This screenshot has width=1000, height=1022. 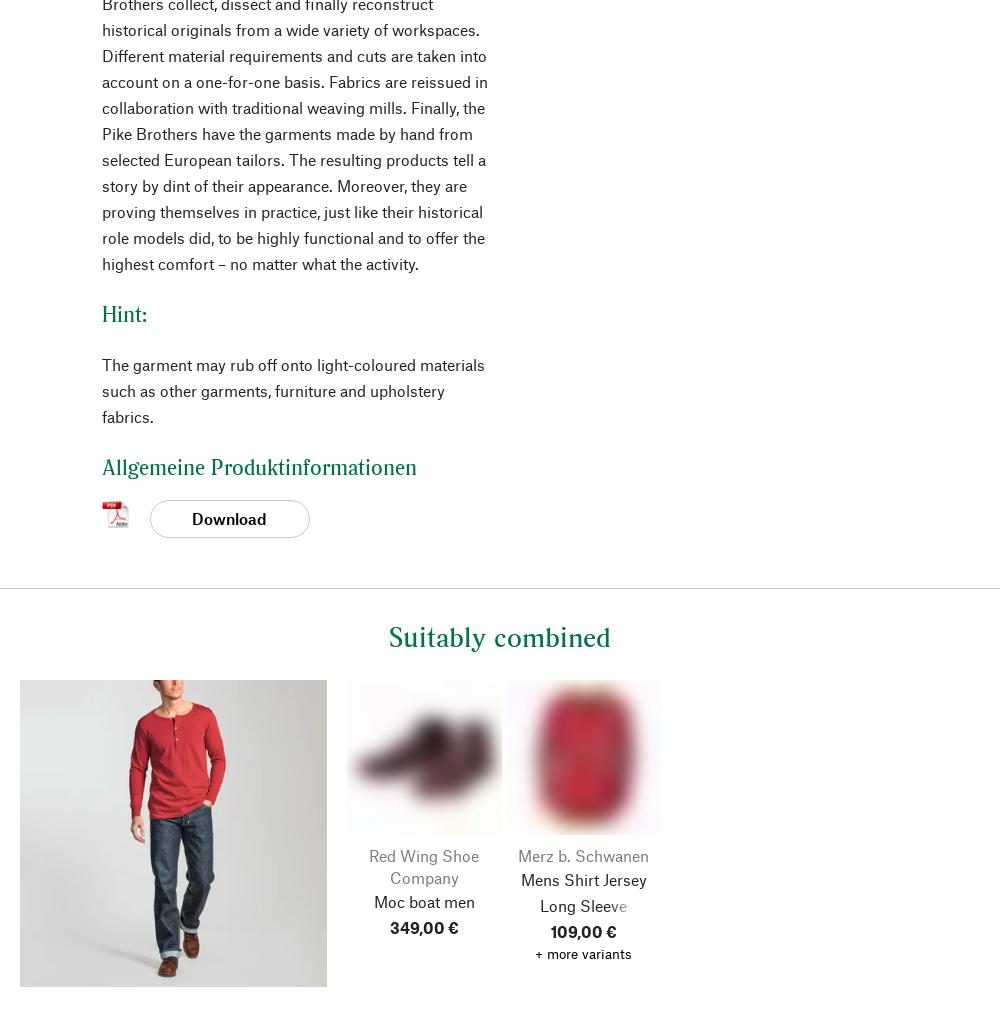 What do you see at coordinates (500, 635) in the screenshot?
I see `'Suitably combined'` at bounding box center [500, 635].